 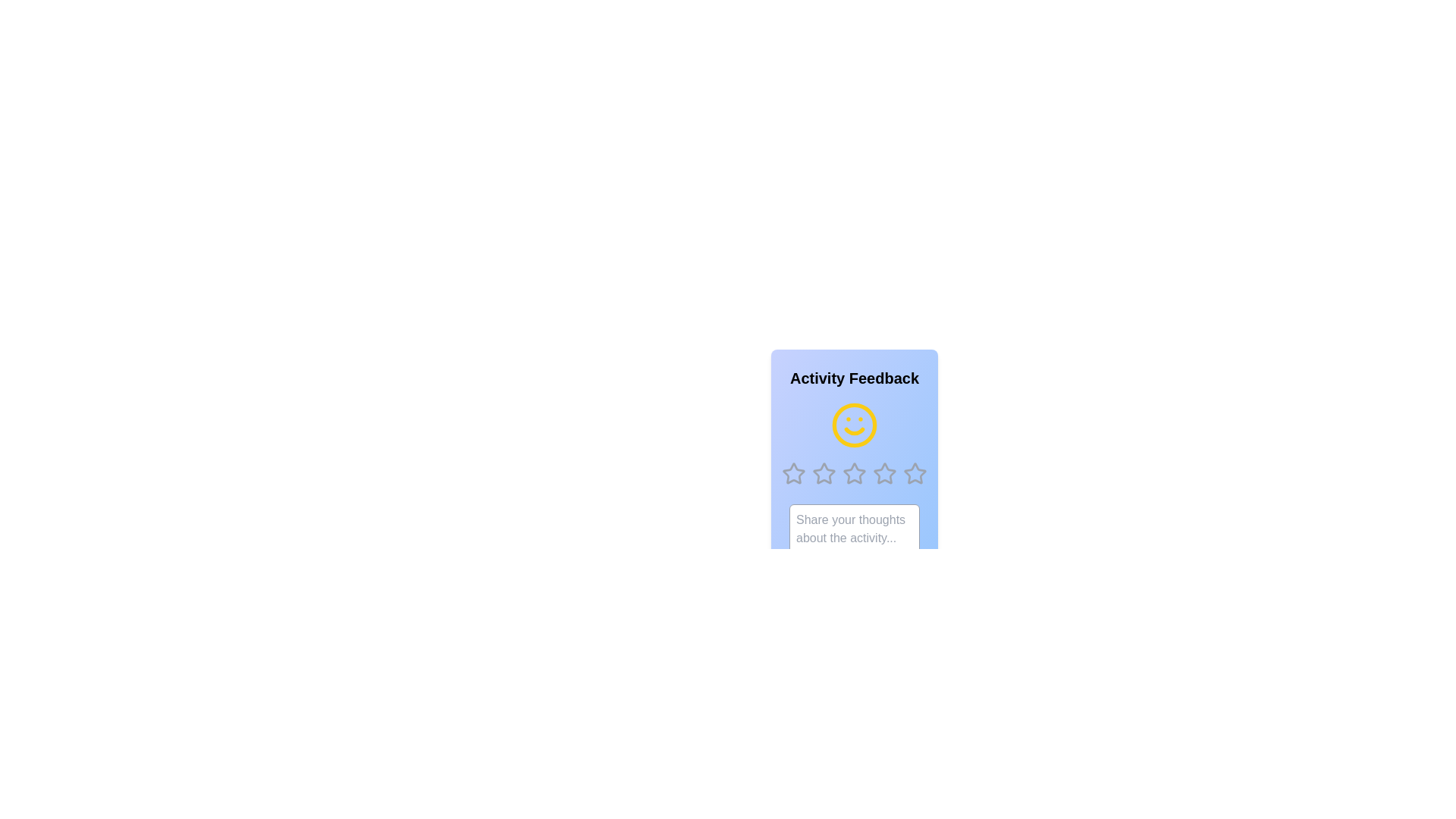 I want to click on the third star, so click(x=855, y=472).